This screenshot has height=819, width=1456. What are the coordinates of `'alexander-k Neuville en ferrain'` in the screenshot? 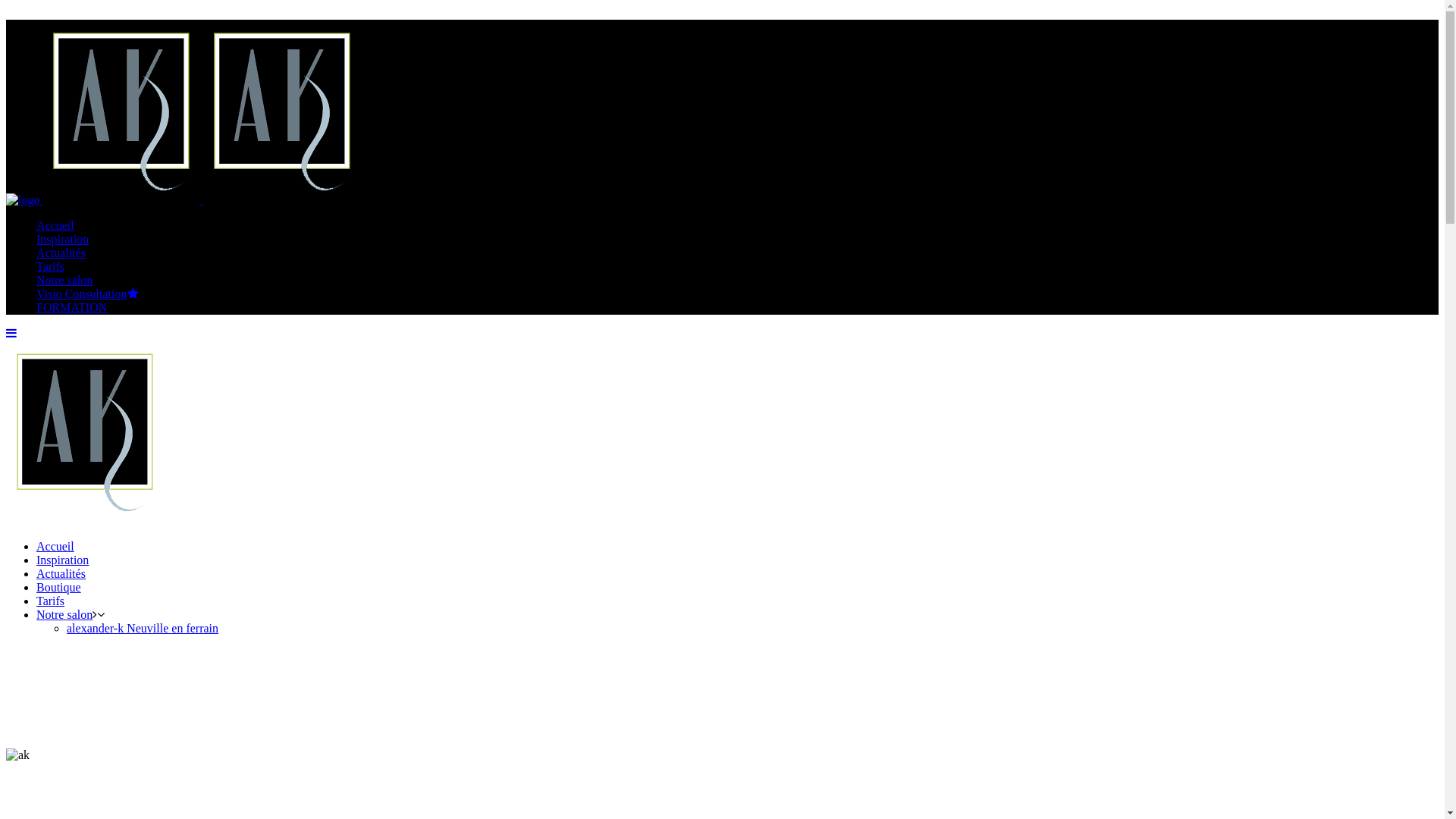 It's located at (142, 628).